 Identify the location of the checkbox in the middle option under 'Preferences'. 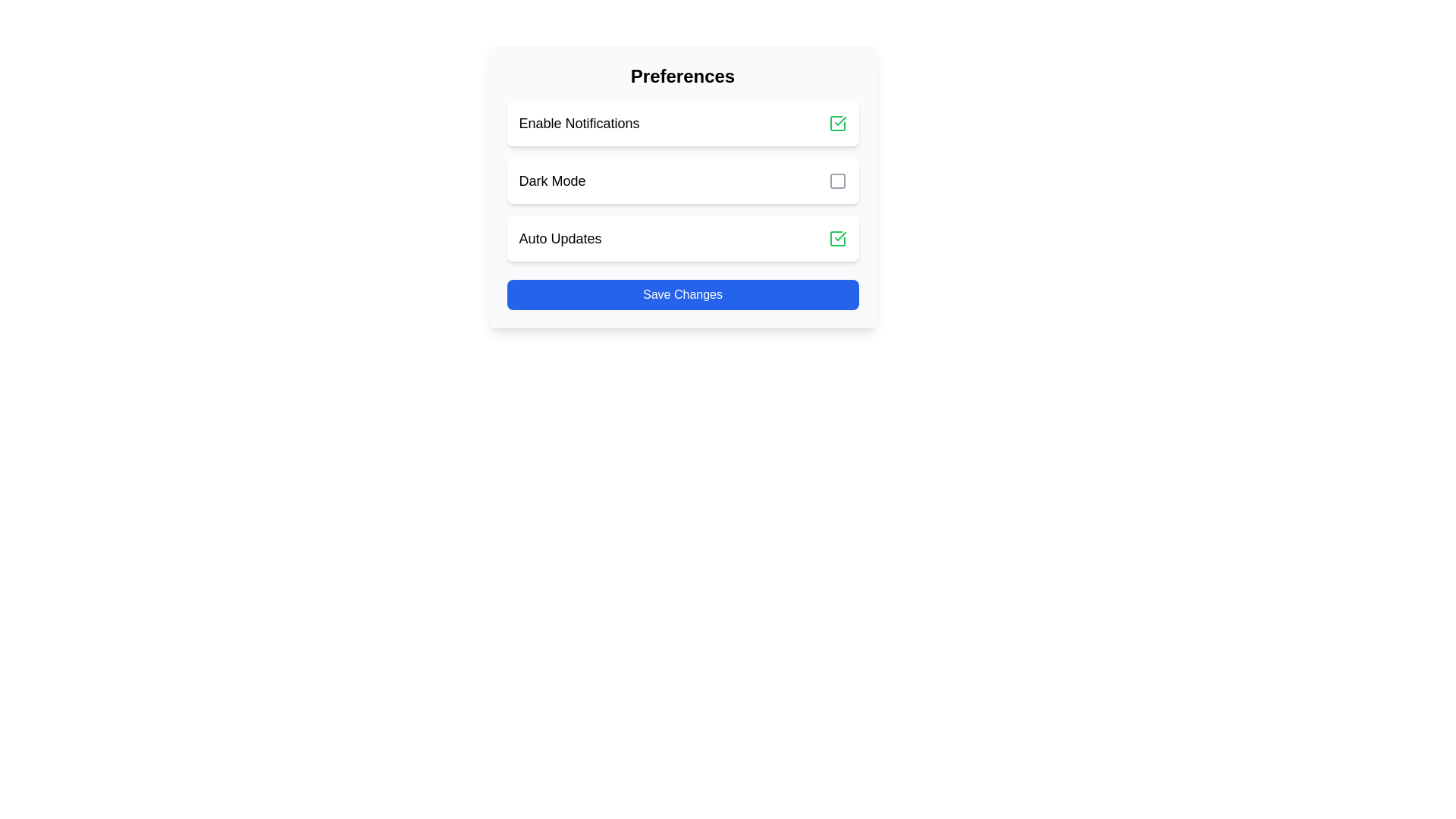
(682, 180).